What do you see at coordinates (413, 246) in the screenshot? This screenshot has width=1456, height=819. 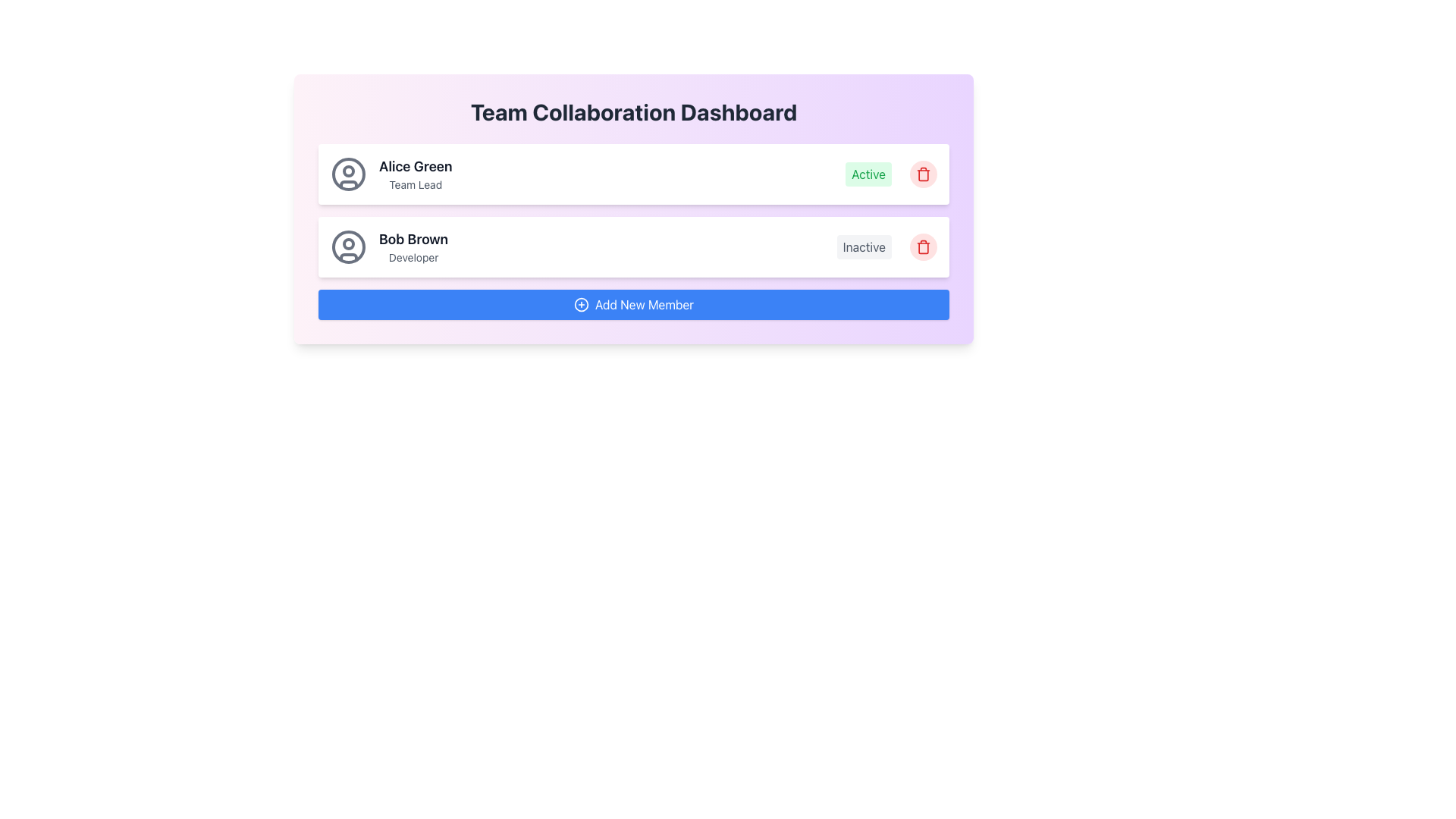 I see `the Text label that presents the name and role of a user, located as the second item in a list below 'Alice Green', near a user avatar icon` at bounding box center [413, 246].